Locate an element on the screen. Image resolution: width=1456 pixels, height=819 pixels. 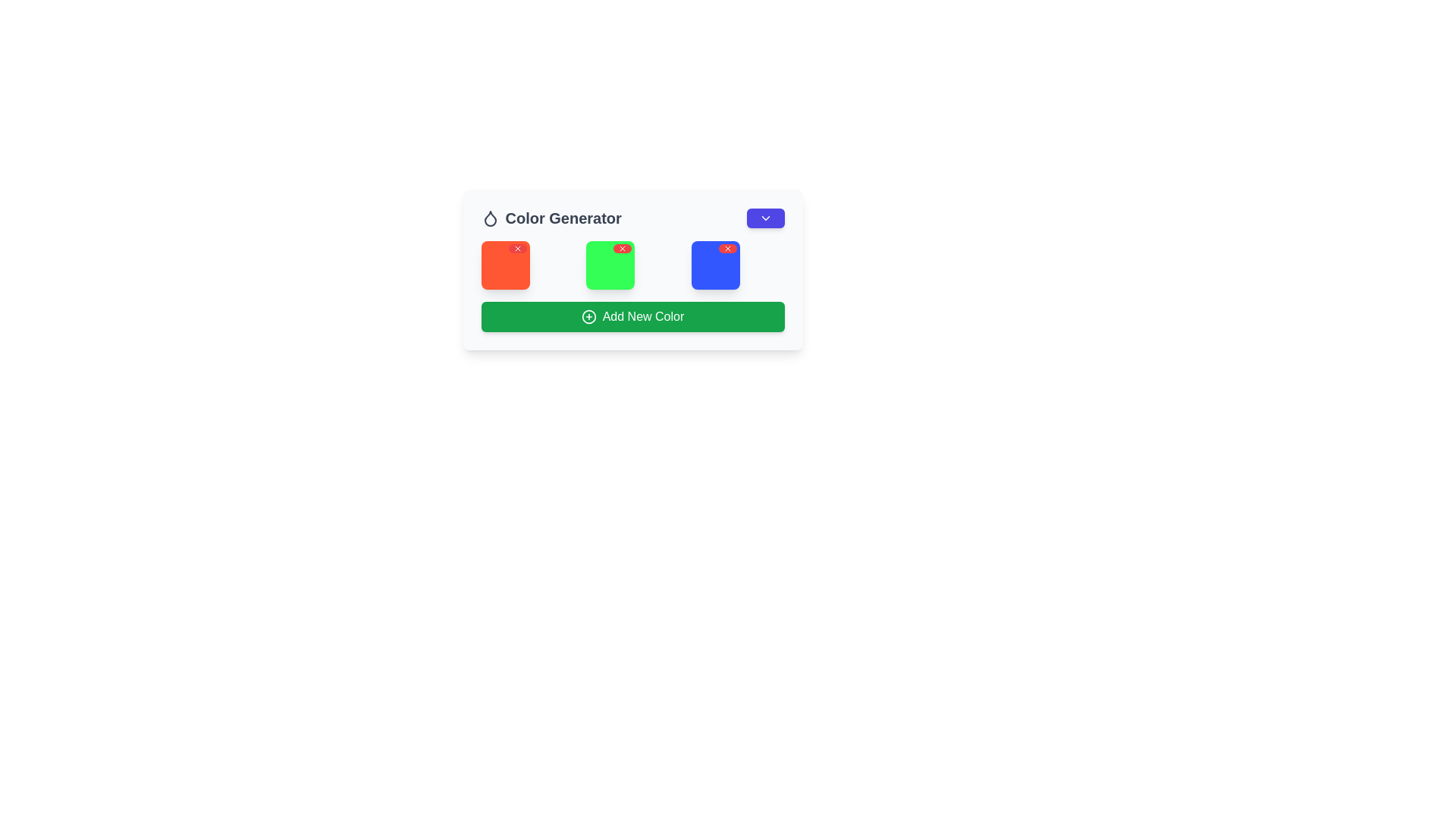
the 'Add Color' button located below the grid of three colored squares by is located at coordinates (632, 315).